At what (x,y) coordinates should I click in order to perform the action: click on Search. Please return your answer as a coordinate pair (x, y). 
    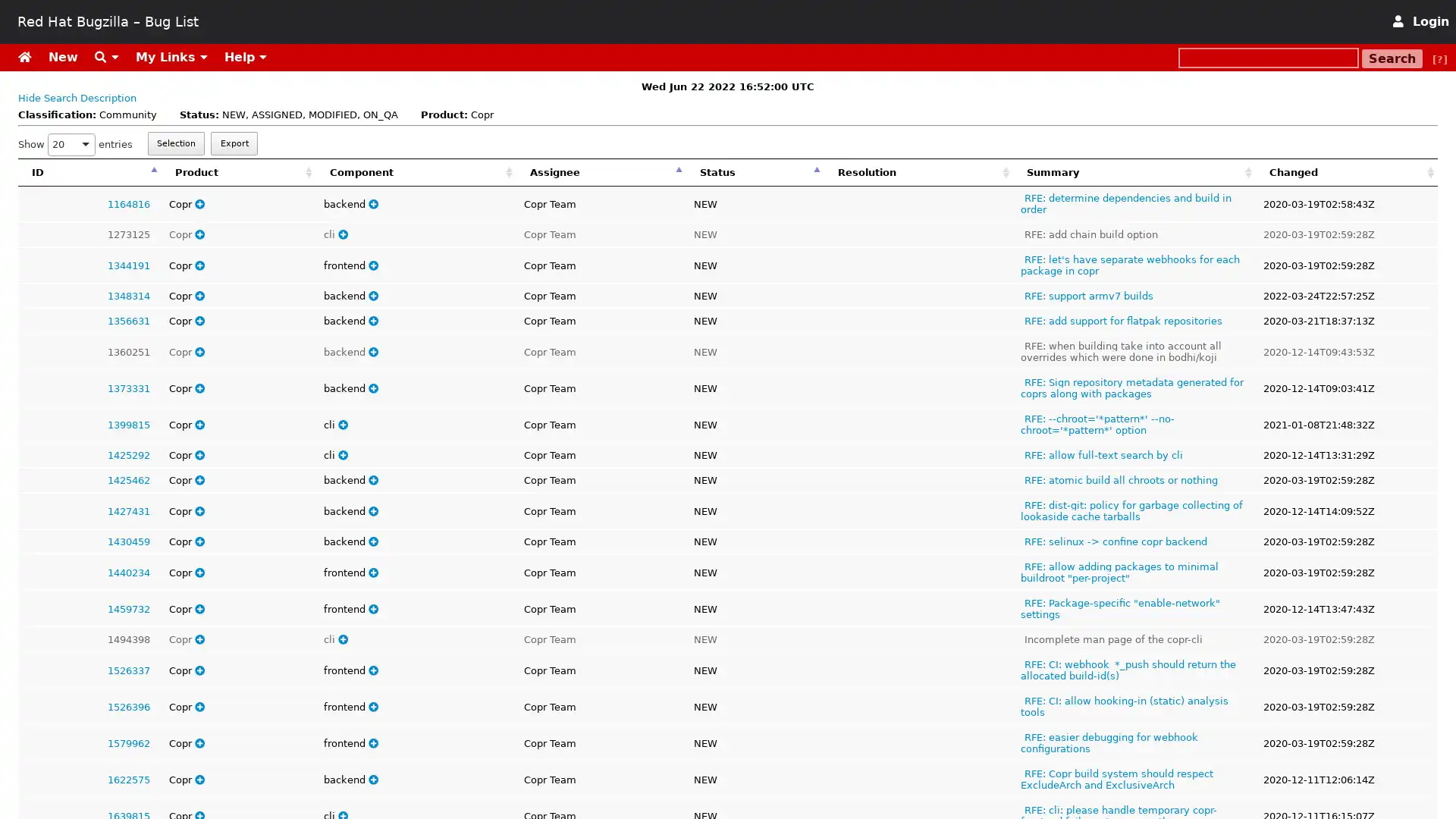
    Looking at the image, I should click on (1392, 58).